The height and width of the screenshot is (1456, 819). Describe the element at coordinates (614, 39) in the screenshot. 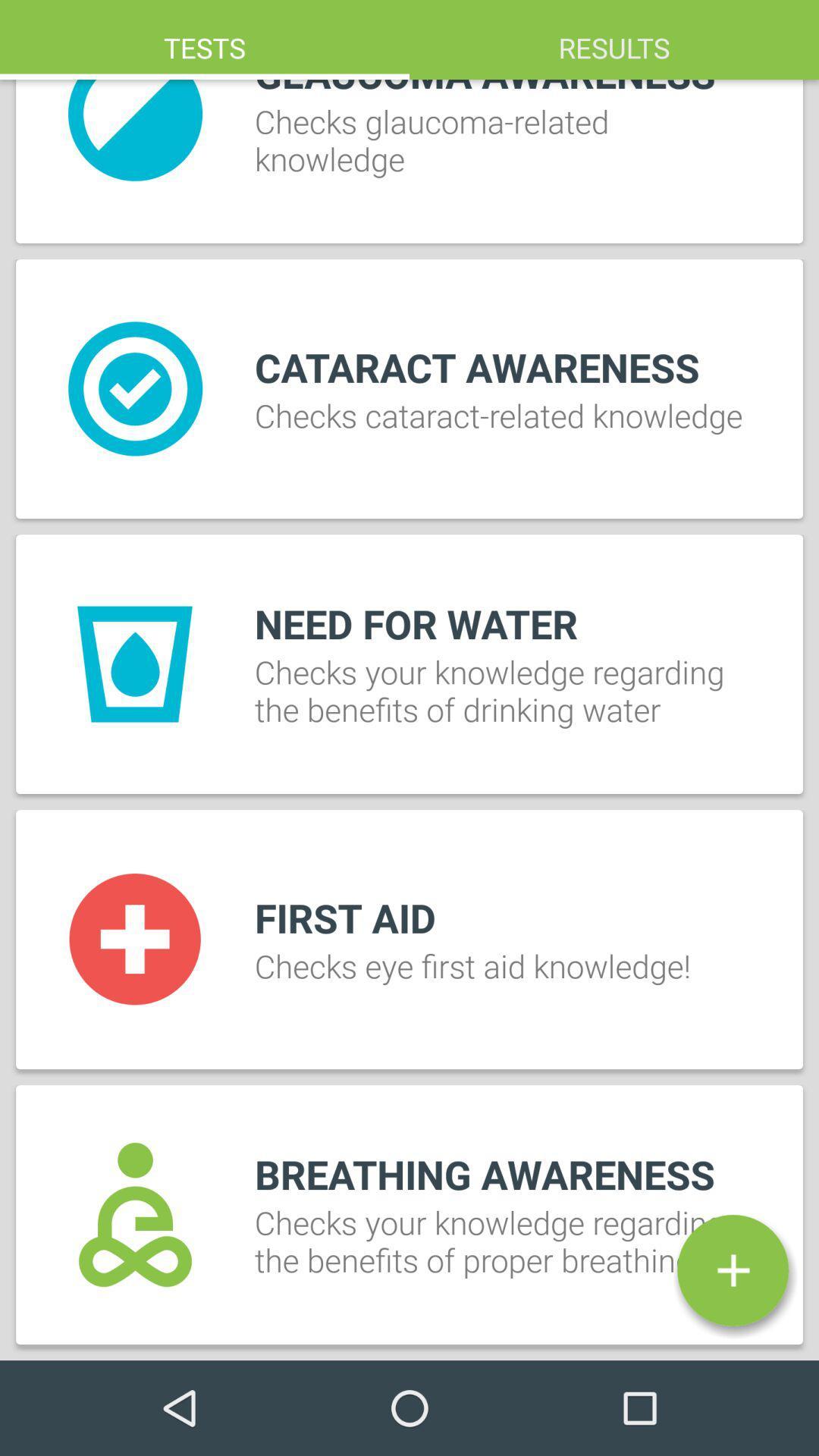

I see `the icon to the right of tests` at that location.